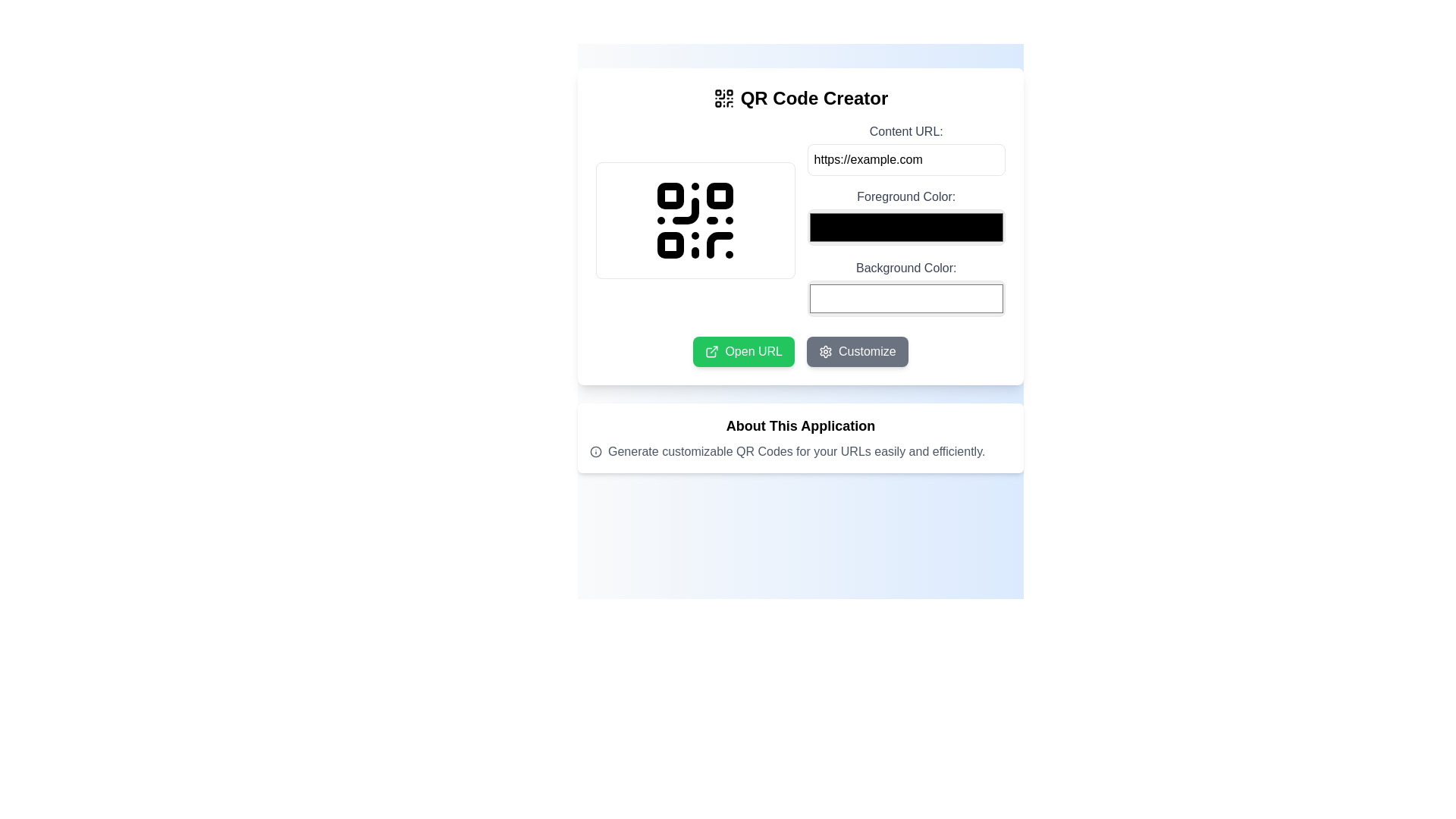  Describe the element at coordinates (800, 438) in the screenshot. I see `the informational content section titled 'About This Application', which contains a description in smaller gray font, located at the bottom of the main interface` at that location.